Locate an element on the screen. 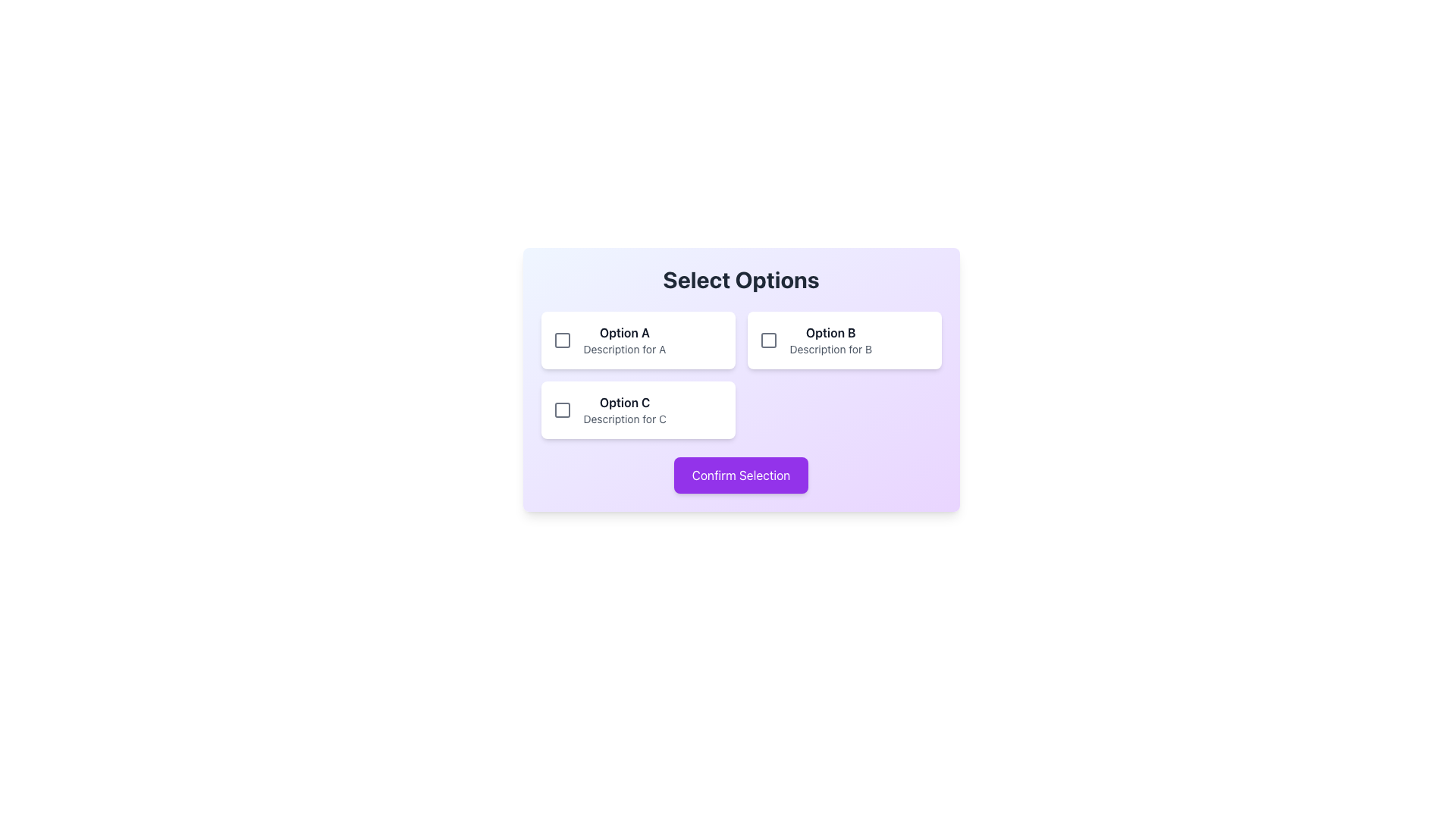  the text label providing additional descriptive information for the 'Option C' choice, located directly below the 'Option C' label in the lower-left quadrant of the option selection panel is located at coordinates (625, 419).